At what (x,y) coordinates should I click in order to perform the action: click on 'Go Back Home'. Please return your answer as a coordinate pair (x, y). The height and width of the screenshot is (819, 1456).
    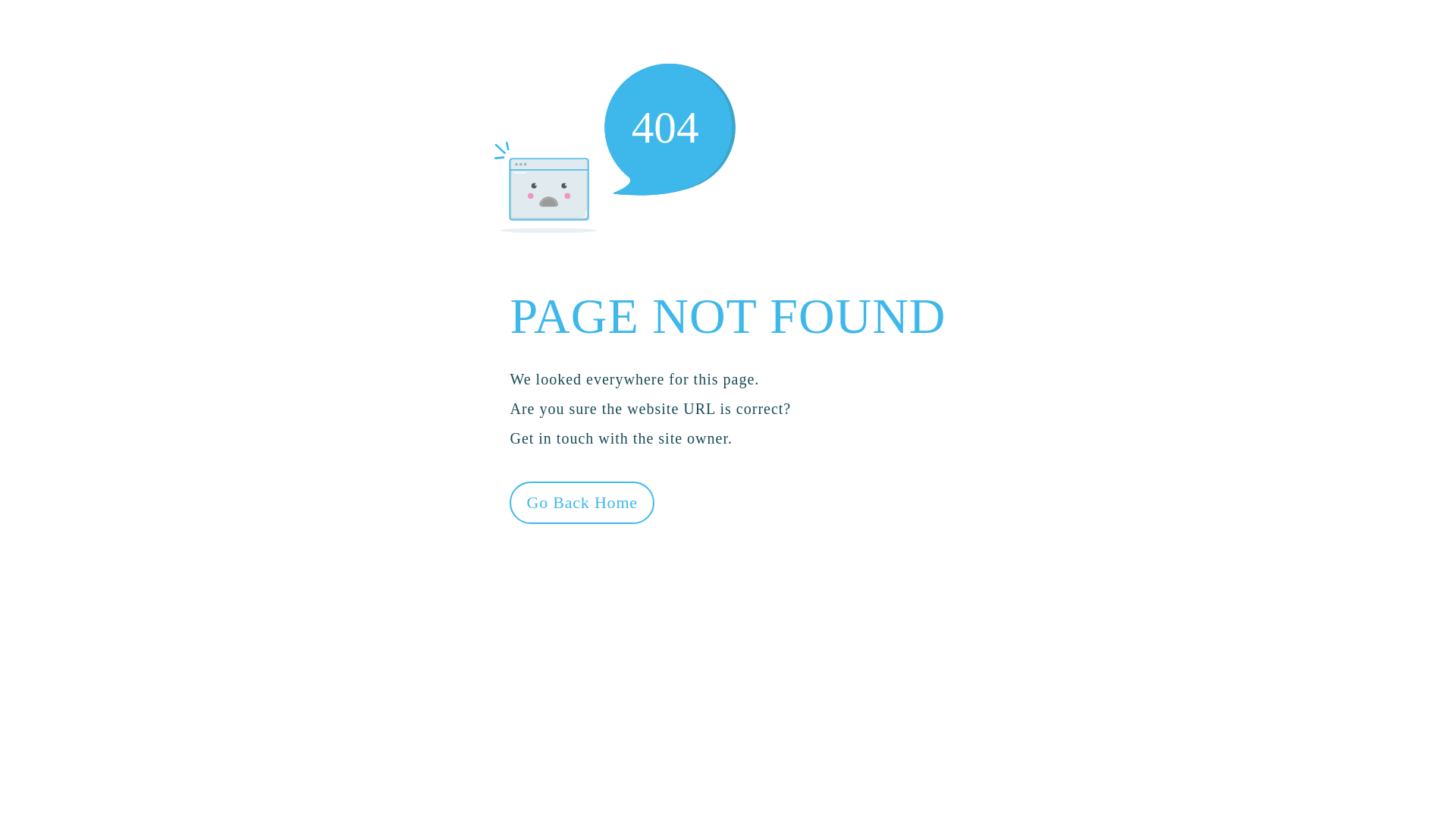
    Looking at the image, I should click on (510, 503).